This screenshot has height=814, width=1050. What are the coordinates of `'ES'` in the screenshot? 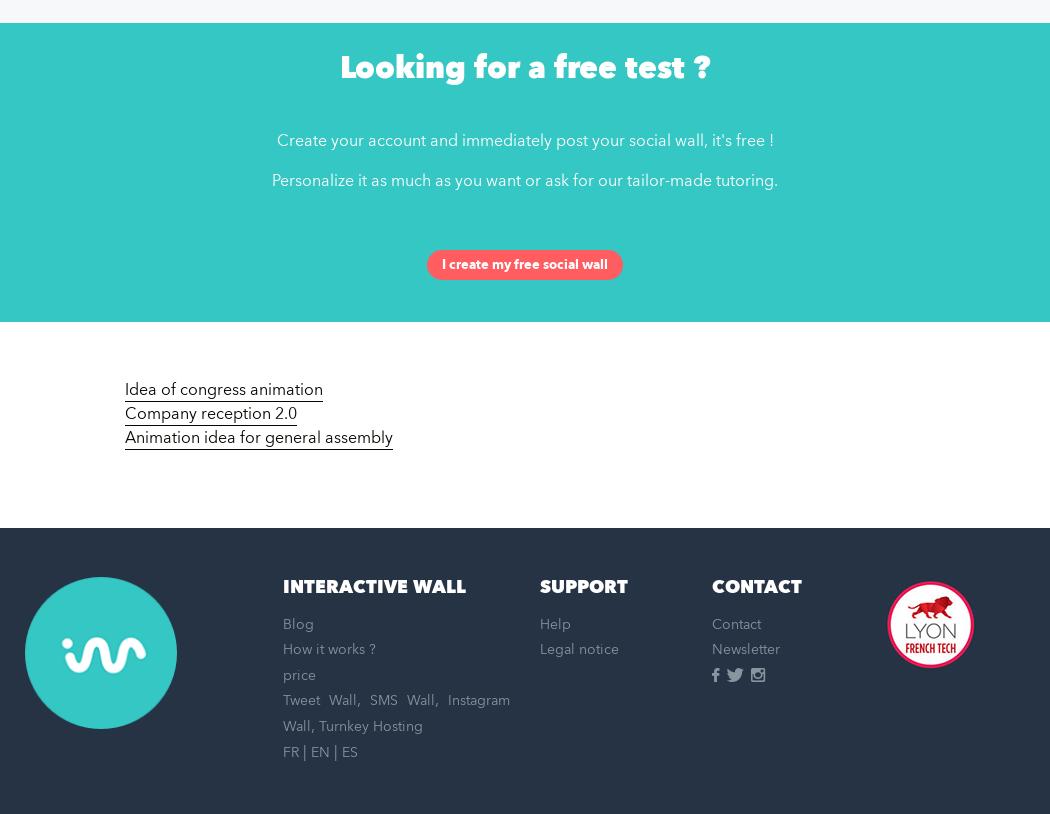 It's located at (348, 751).